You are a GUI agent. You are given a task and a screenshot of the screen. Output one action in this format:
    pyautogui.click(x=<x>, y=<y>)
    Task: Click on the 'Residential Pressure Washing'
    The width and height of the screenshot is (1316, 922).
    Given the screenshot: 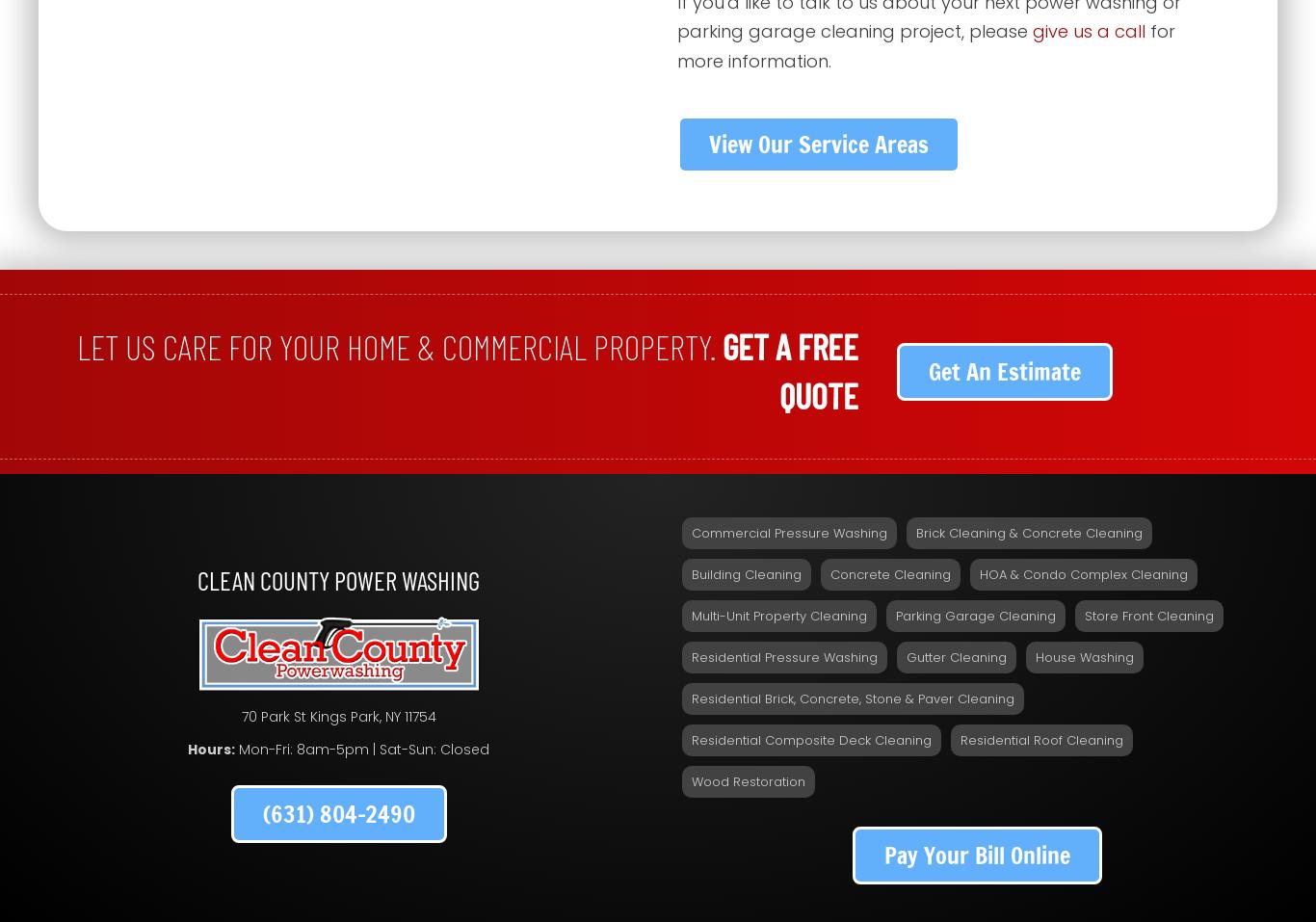 What is the action you would take?
    pyautogui.click(x=783, y=656)
    